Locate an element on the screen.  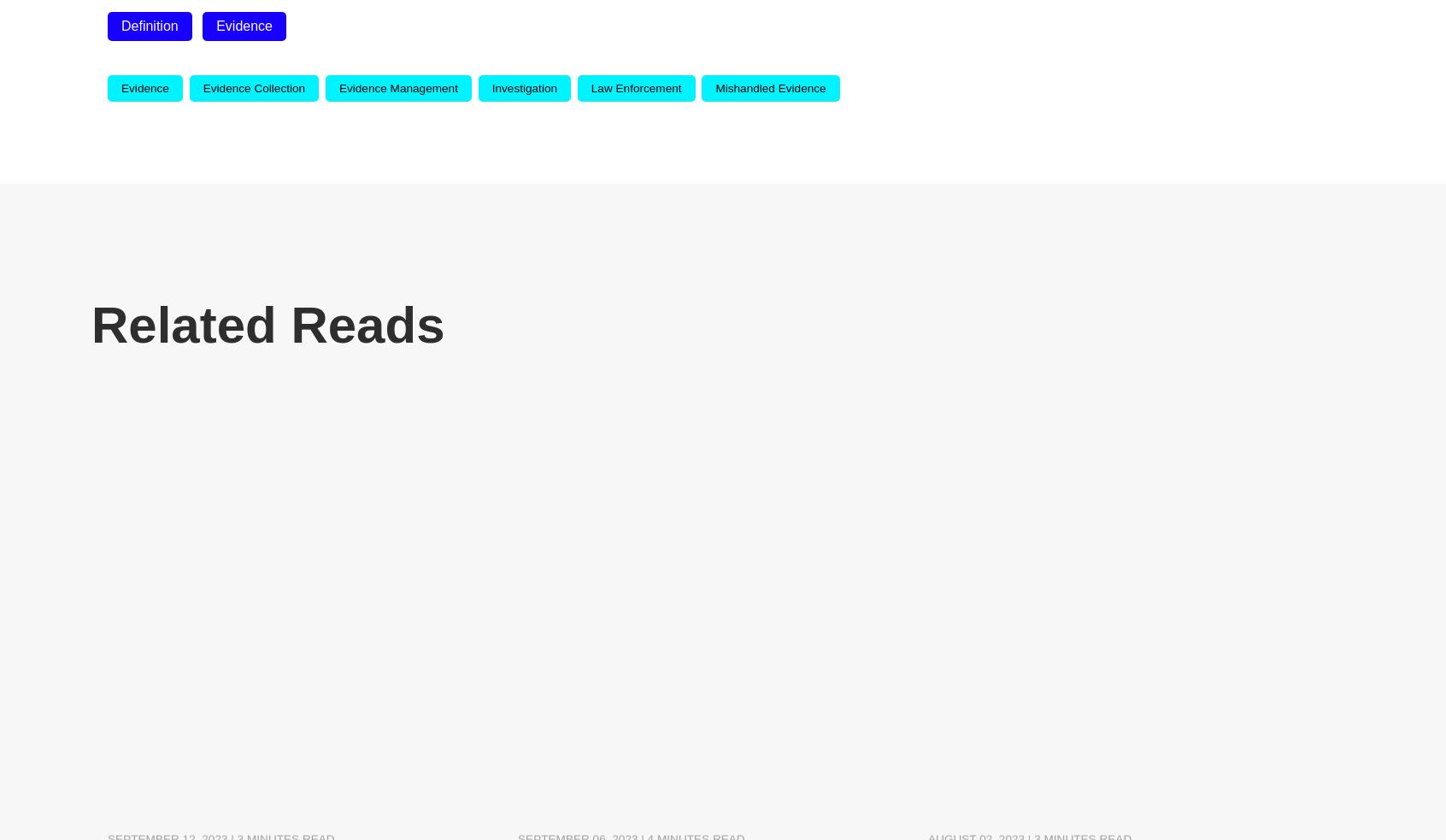
'Law Enforcement' is located at coordinates (591, 87).